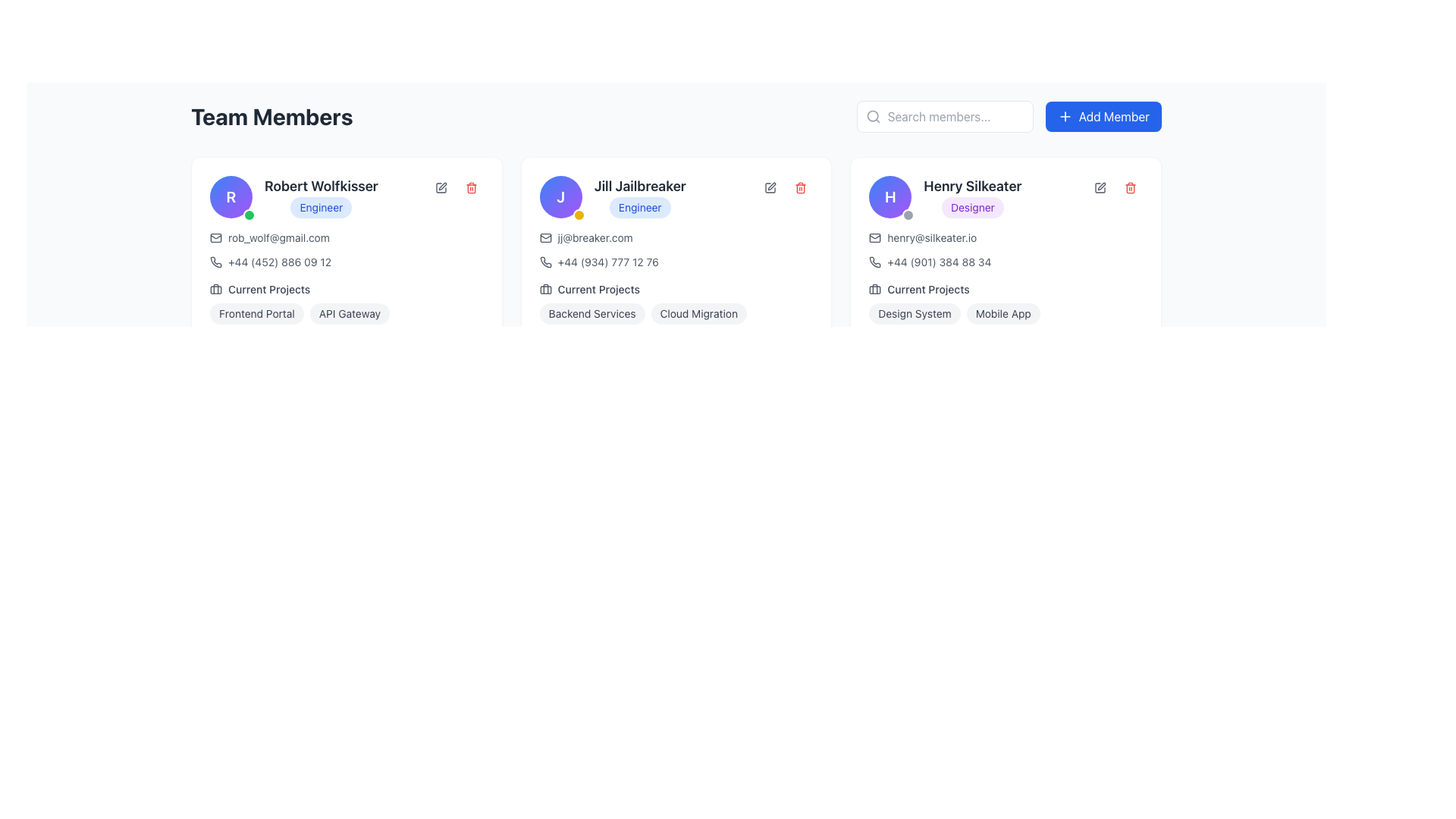 The image size is (1456, 819). What do you see at coordinates (470, 187) in the screenshot?
I see `the trash icon button, which is the second interactive option in the action section of the member card for user 'Robert Wolfkisser'` at bounding box center [470, 187].